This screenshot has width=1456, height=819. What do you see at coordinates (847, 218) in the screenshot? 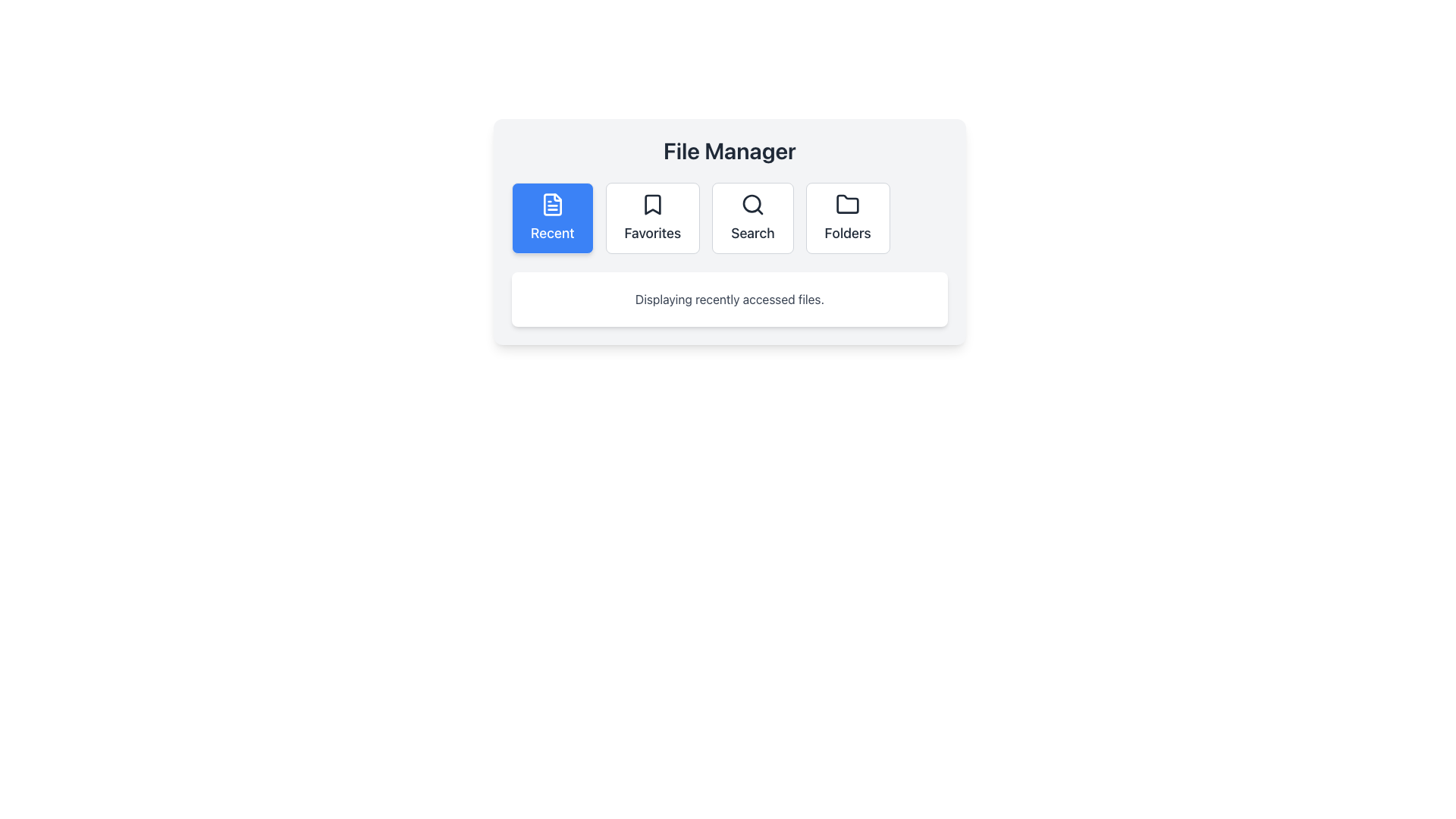
I see `the 'Folders' button, which is the fourth button from the left, featuring a folder icon and a label underneath` at bounding box center [847, 218].